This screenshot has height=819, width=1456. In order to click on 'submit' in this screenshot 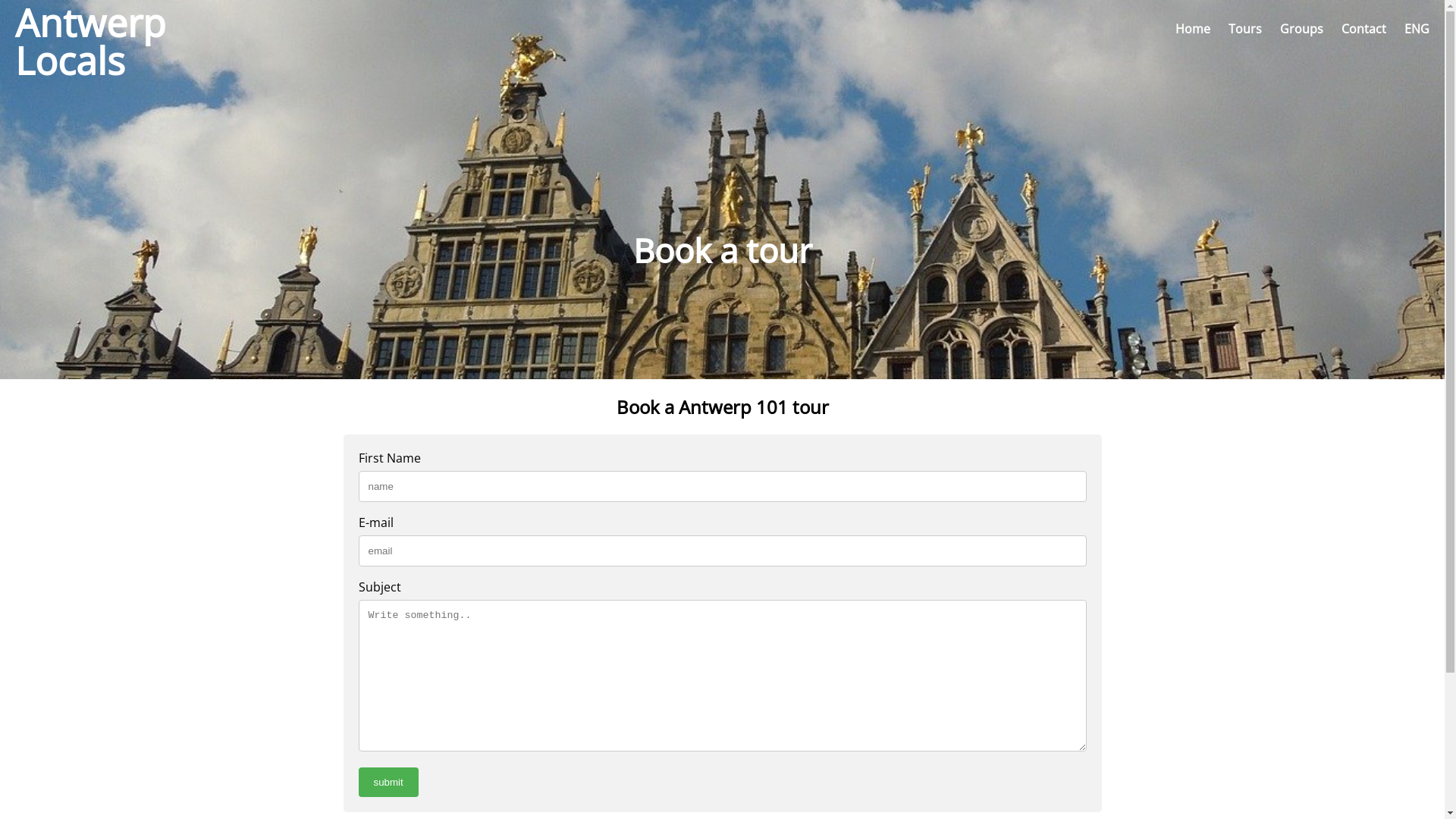, I will do `click(388, 782)`.